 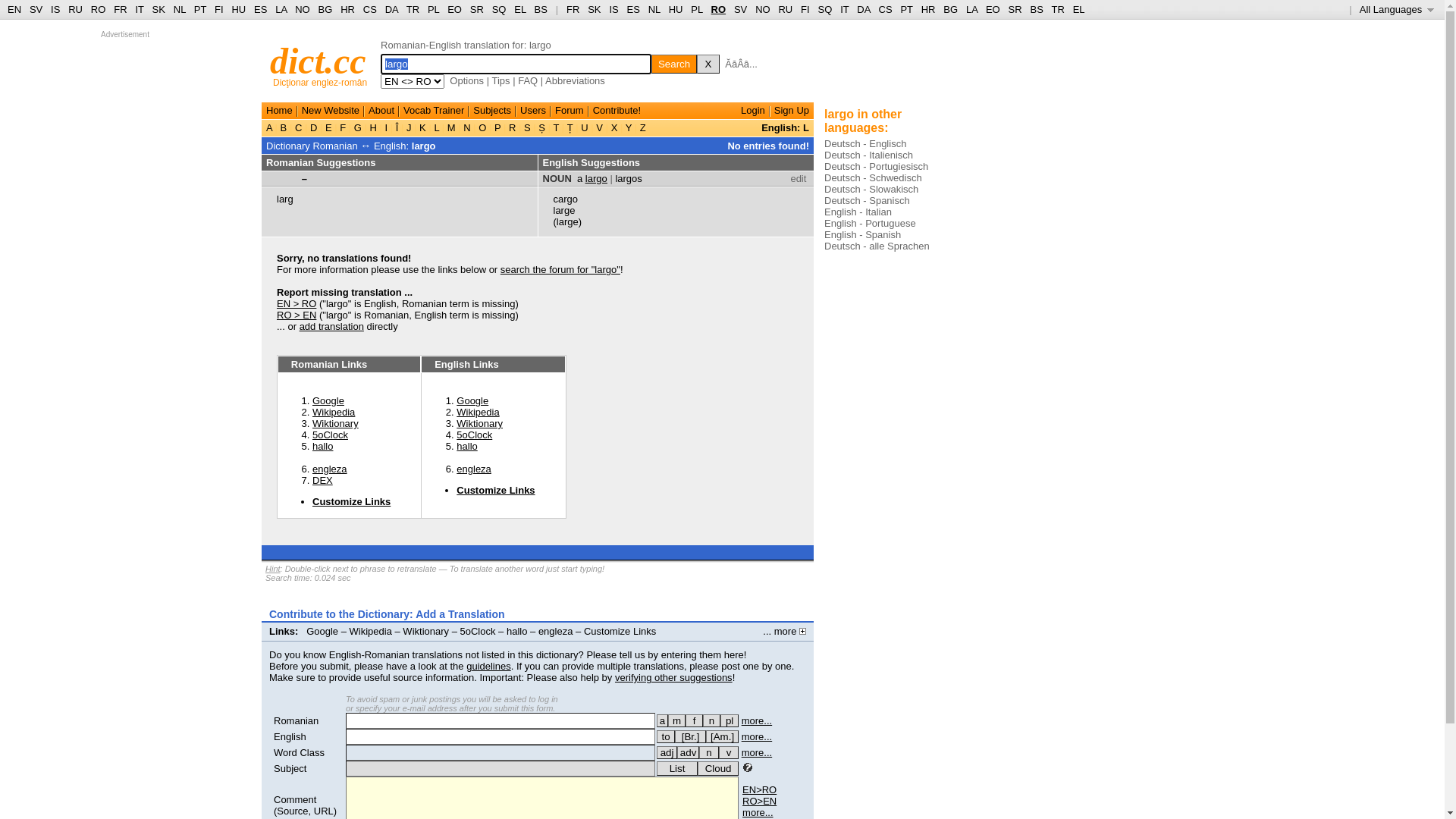 I want to click on 'edit', so click(x=797, y=177).